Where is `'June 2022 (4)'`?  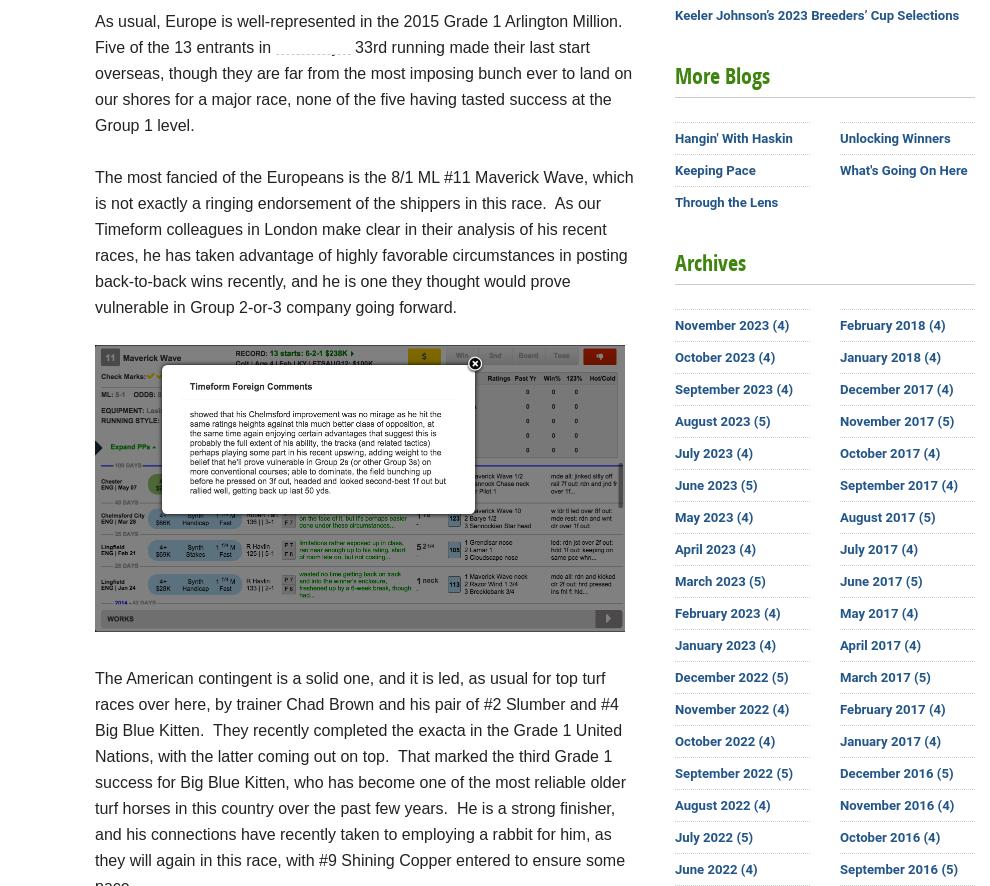 'June 2022 (4)' is located at coordinates (714, 868).